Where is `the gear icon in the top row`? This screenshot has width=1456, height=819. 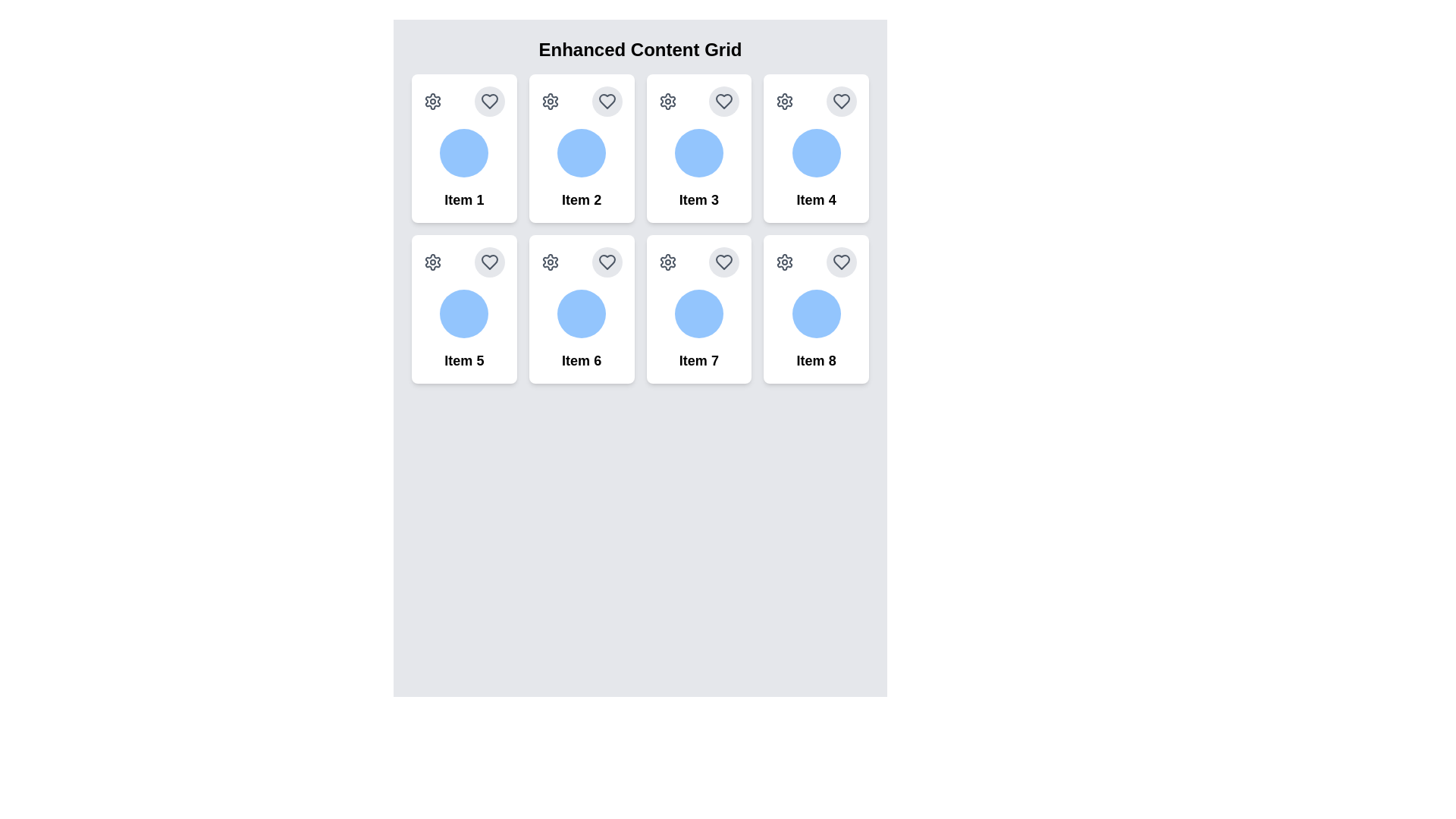
the gear icon in the top row is located at coordinates (432, 102).